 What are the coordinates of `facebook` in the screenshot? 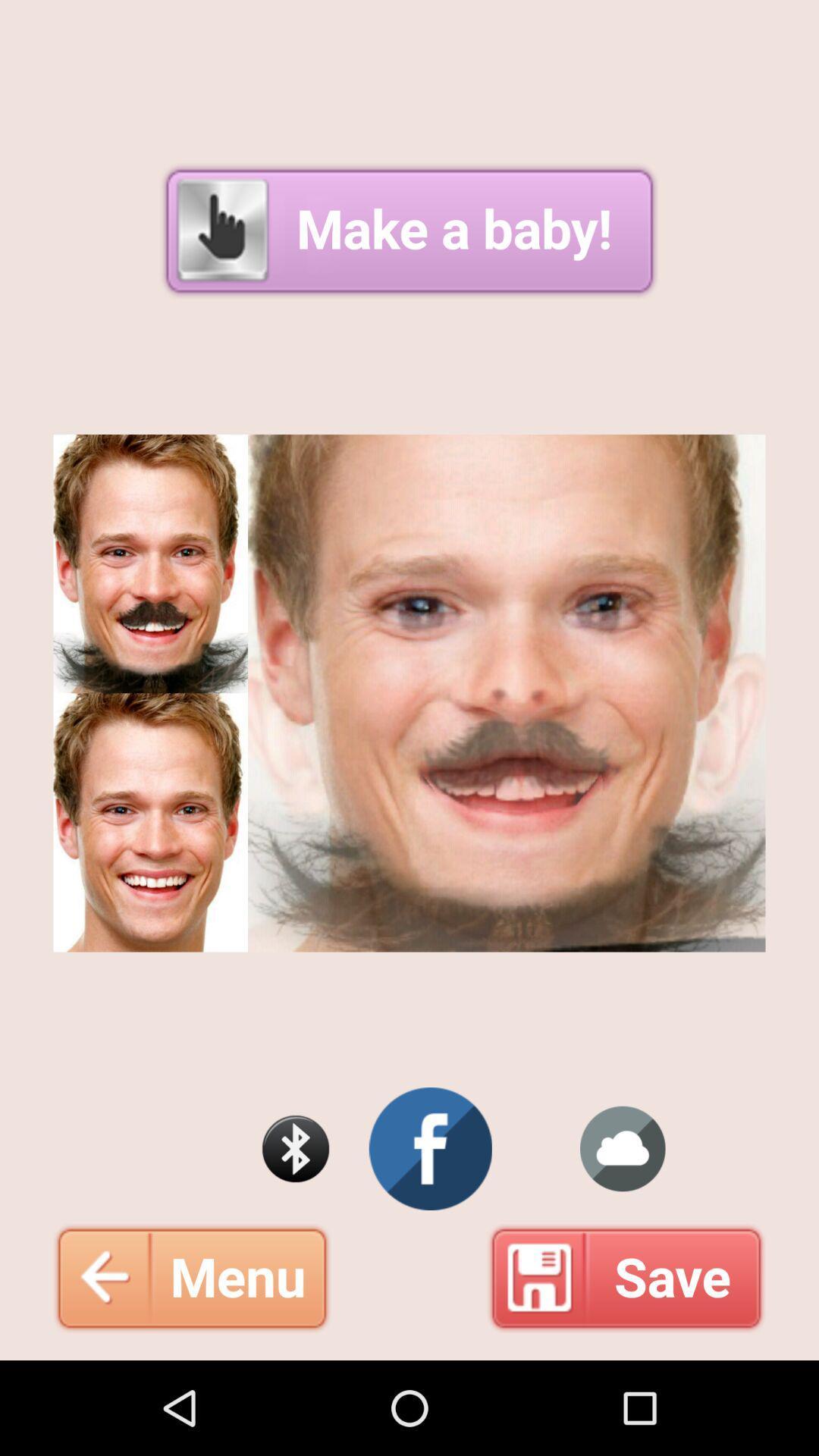 It's located at (431, 1149).